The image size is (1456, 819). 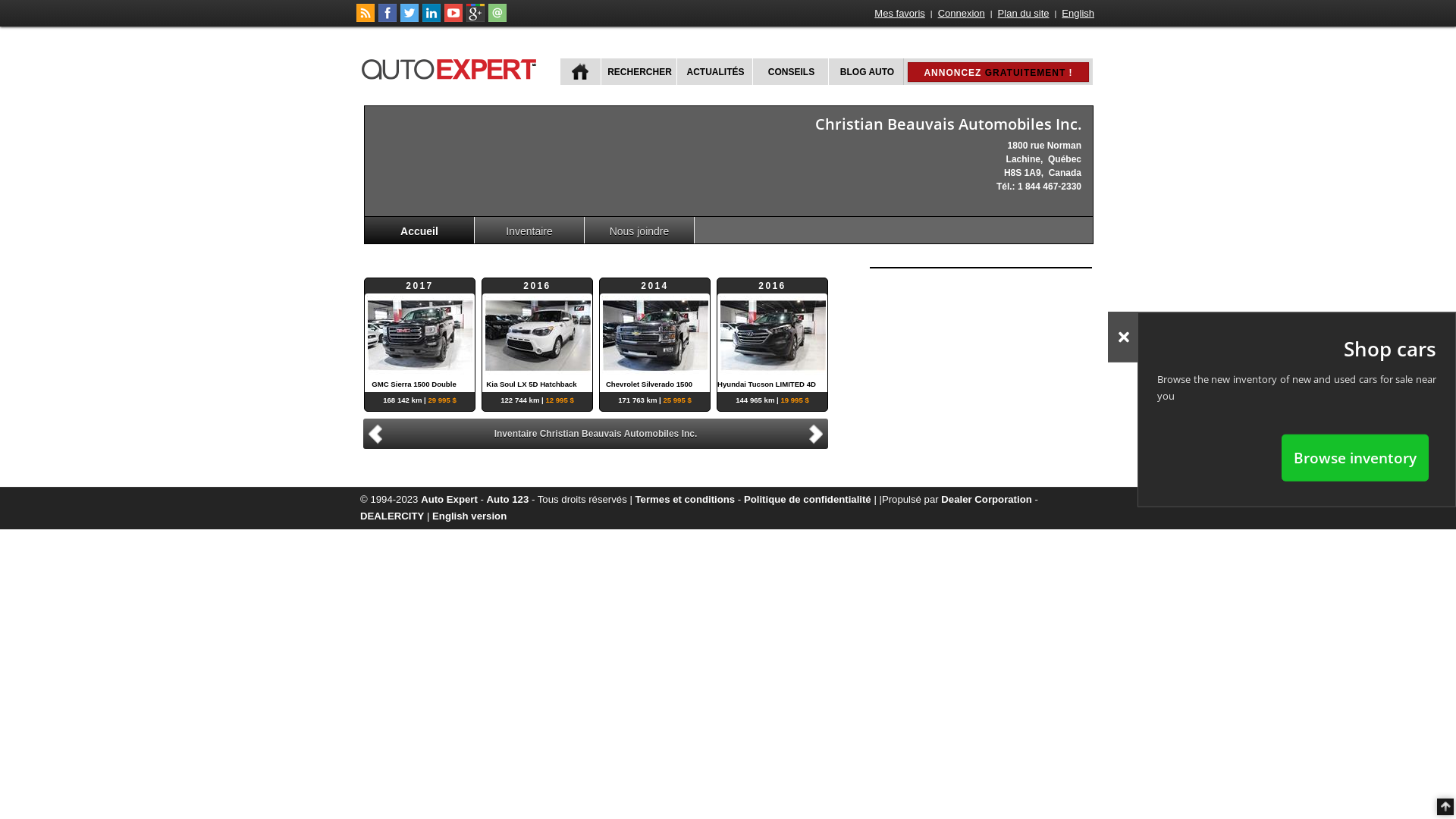 What do you see at coordinates (448, 499) in the screenshot?
I see `'Auto Expert'` at bounding box center [448, 499].